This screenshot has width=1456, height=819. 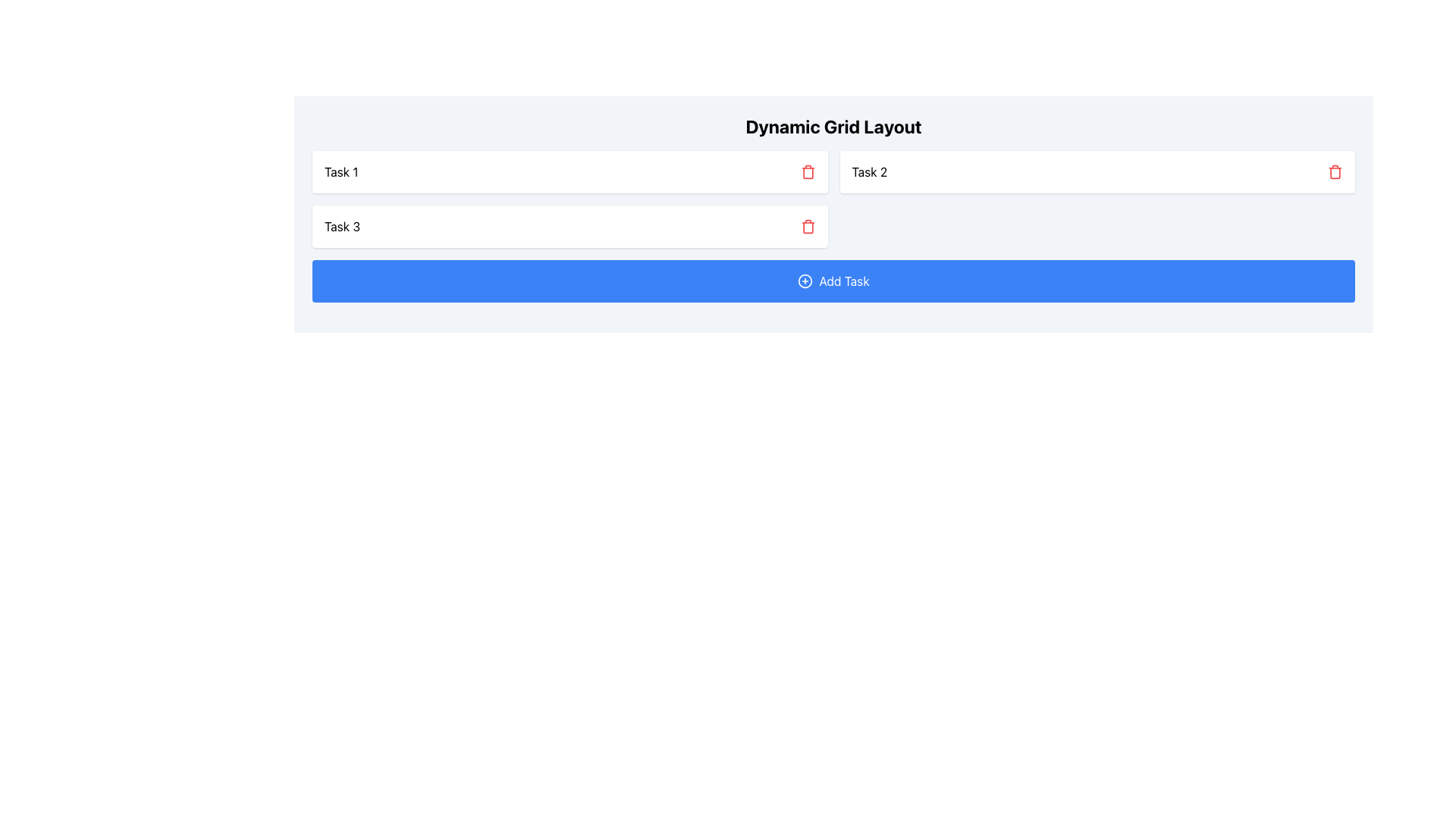 What do you see at coordinates (833, 125) in the screenshot?
I see `the label displaying 'Dynamic Grid Layout' at the top of the main panel` at bounding box center [833, 125].